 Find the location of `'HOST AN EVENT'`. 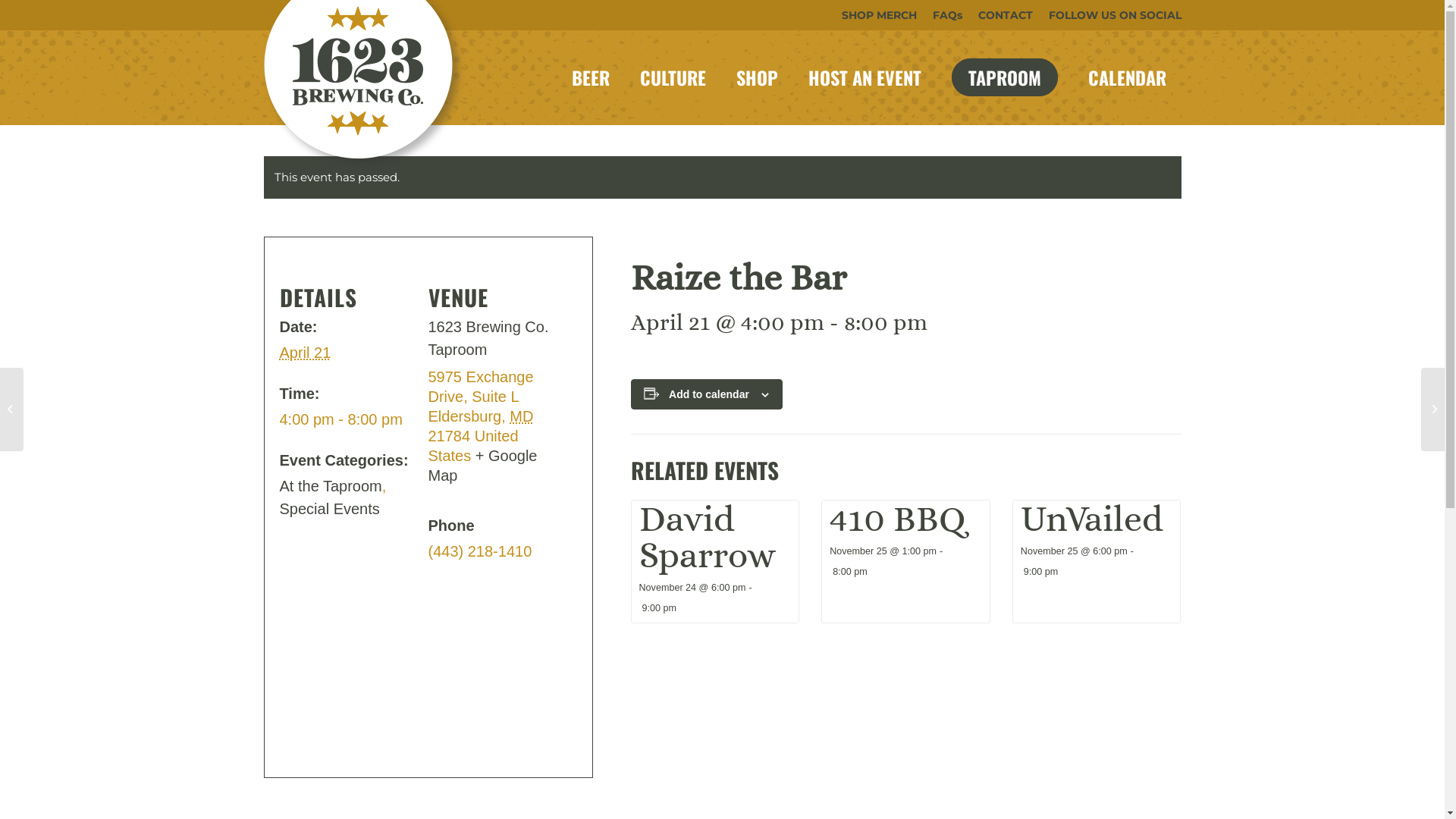

'HOST AN EVENT' is located at coordinates (864, 77).